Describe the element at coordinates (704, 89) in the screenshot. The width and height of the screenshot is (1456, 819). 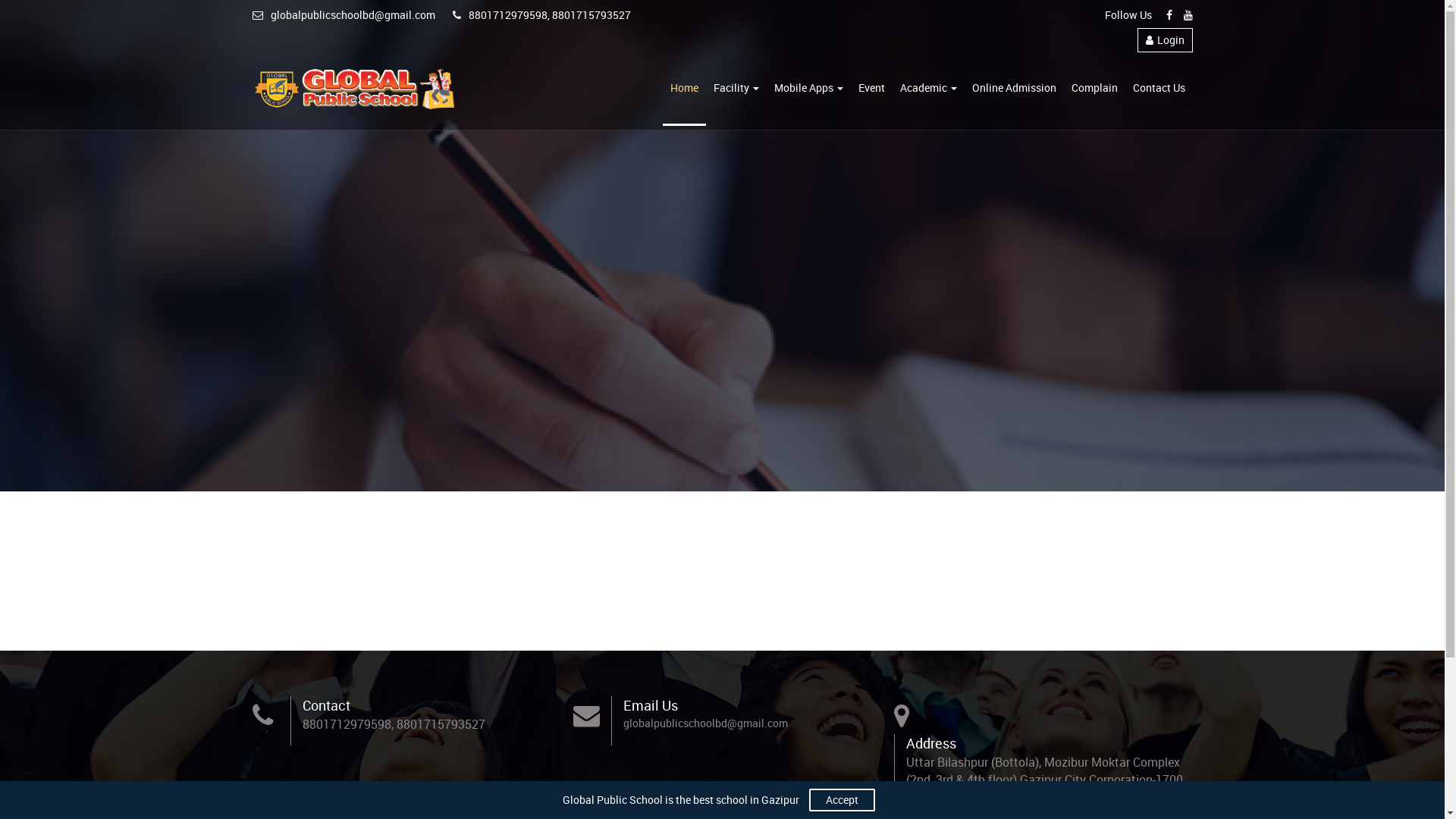
I see `'Facility'` at that location.